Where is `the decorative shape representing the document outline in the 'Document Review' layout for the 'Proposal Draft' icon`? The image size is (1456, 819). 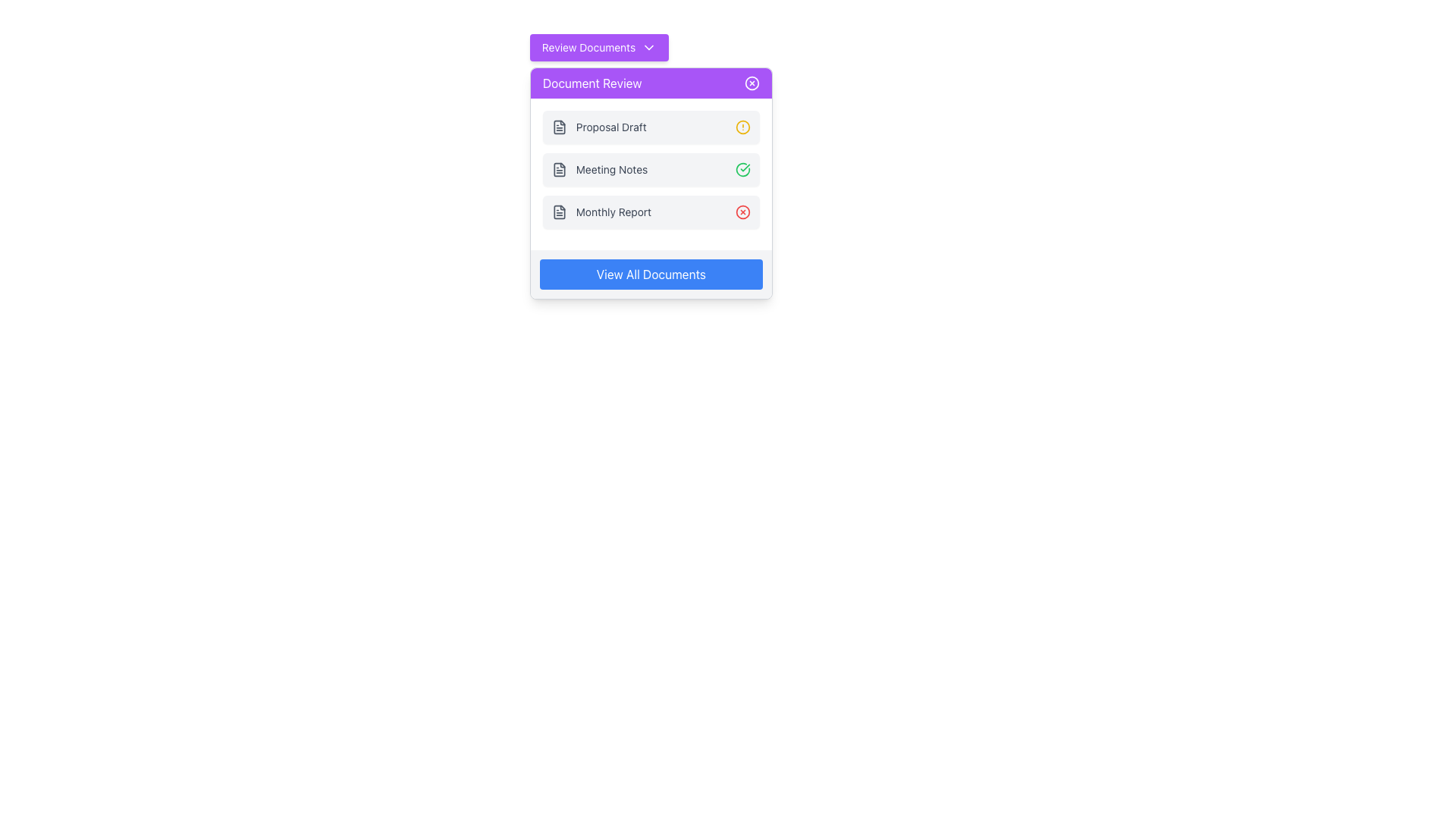
the decorative shape representing the document outline in the 'Document Review' layout for the 'Proposal Draft' icon is located at coordinates (558, 127).